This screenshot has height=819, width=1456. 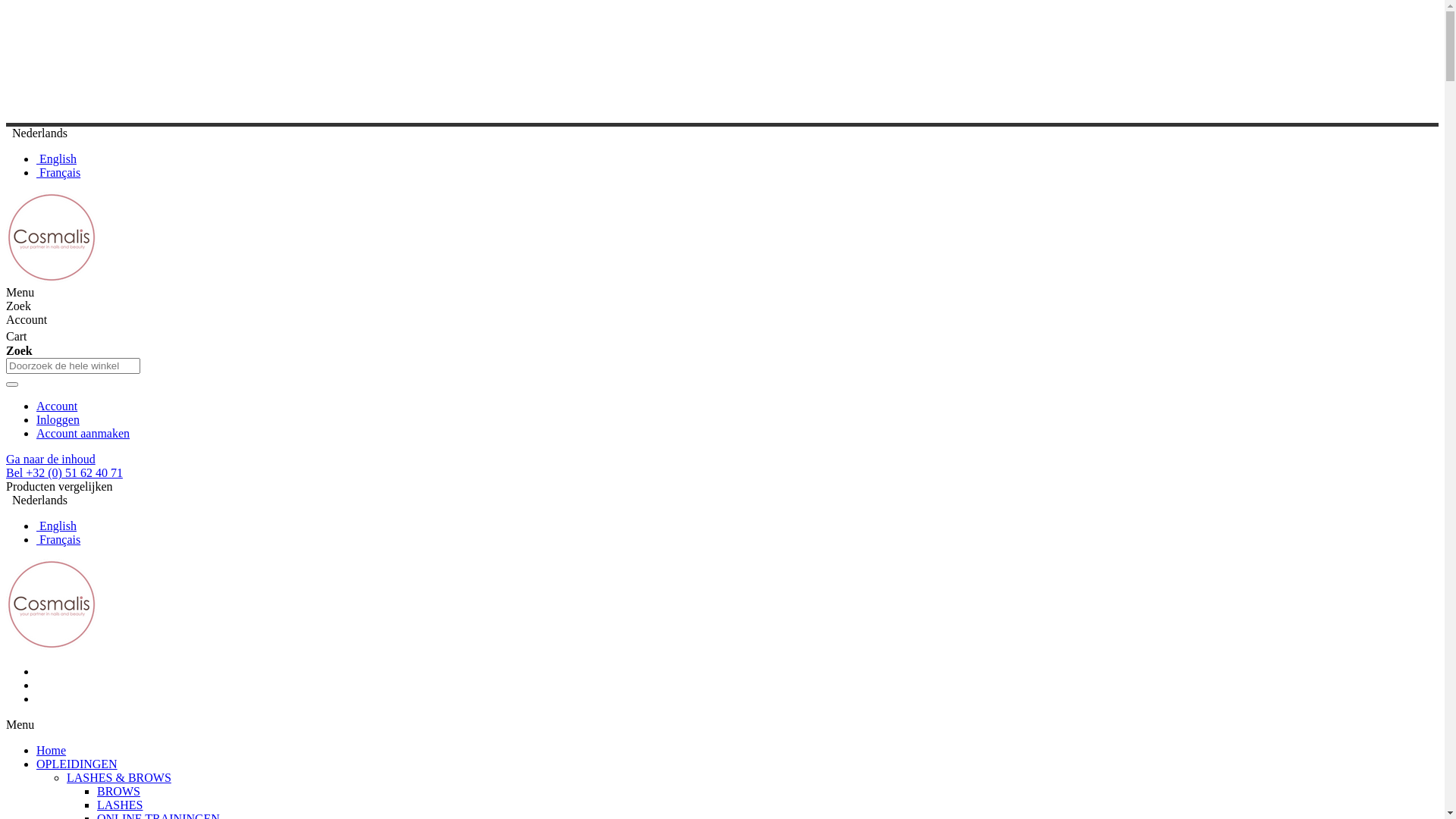 I want to click on 'LASHES & BROWS', so click(x=118, y=777).